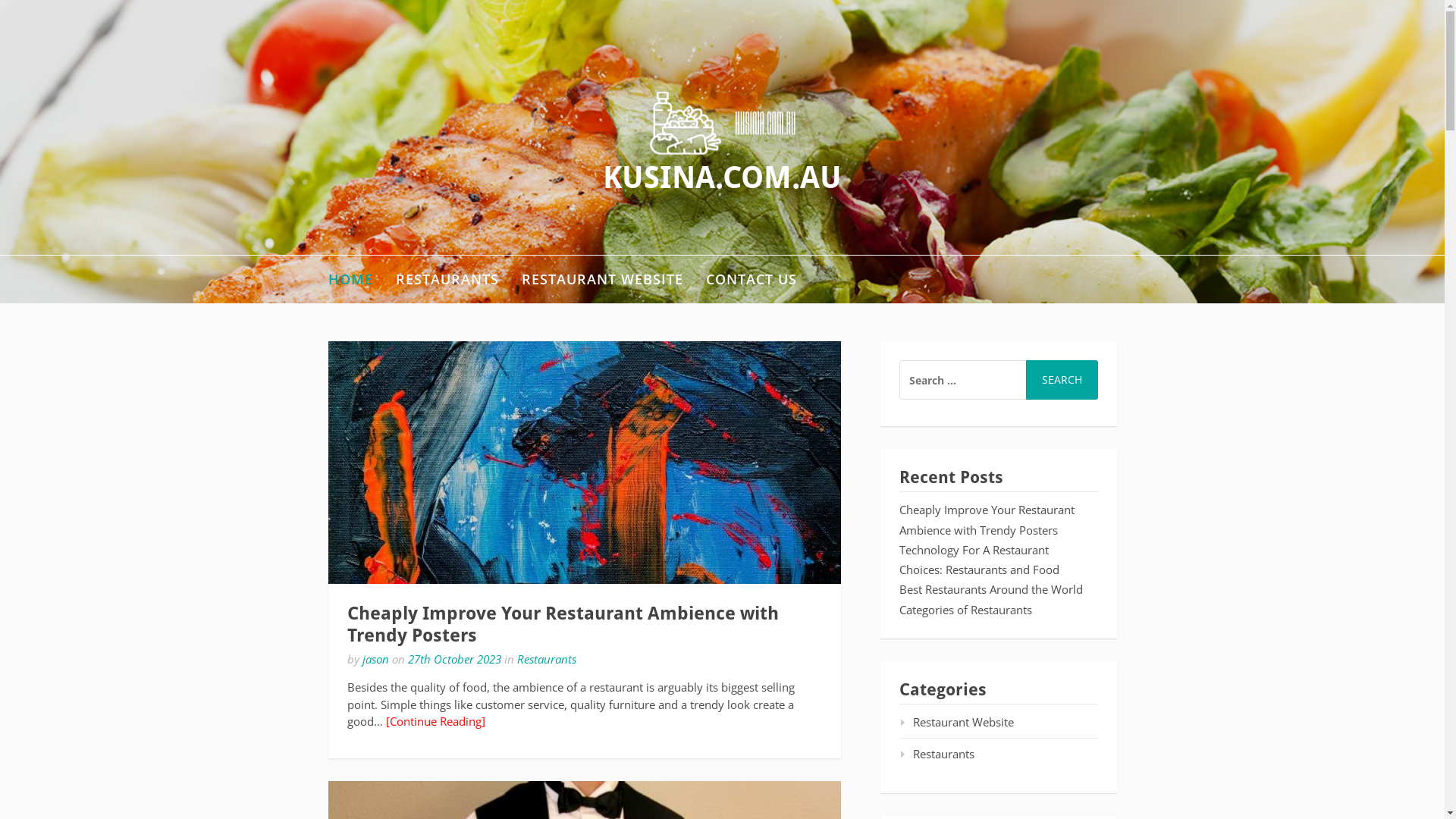 Image resolution: width=1456 pixels, height=819 pixels. Describe the element at coordinates (955, 721) in the screenshot. I see `'Restaurant Website'` at that location.